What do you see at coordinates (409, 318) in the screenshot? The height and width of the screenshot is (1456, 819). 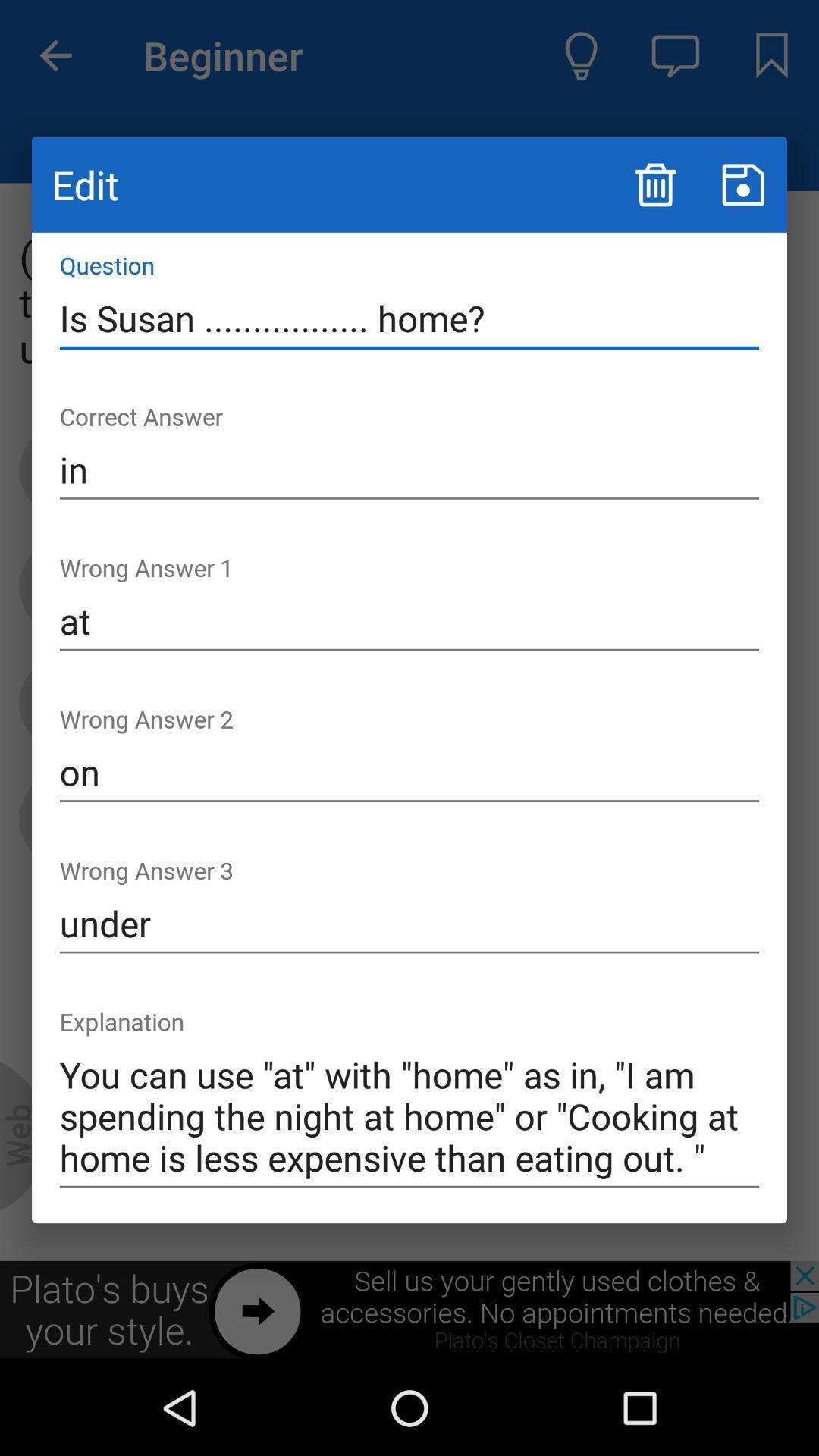 I see `the icon below edit icon` at bounding box center [409, 318].